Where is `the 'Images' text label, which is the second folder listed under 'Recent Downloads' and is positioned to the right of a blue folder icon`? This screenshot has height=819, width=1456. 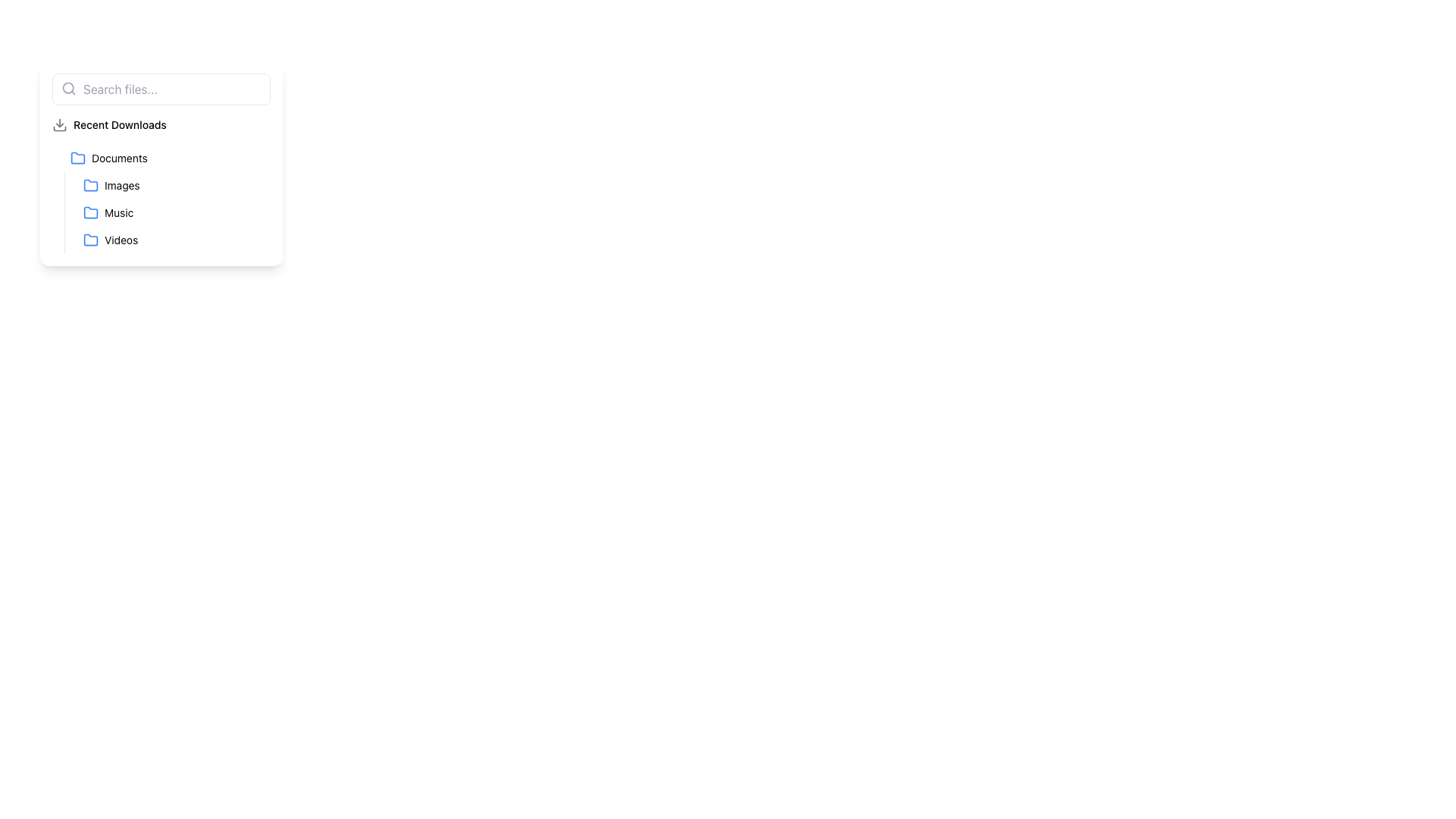
the 'Images' text label, which is the second folder listed under 'Recent Downloads' and is positioned to the right of a blue folder icon is located at coordinates (122, 185).